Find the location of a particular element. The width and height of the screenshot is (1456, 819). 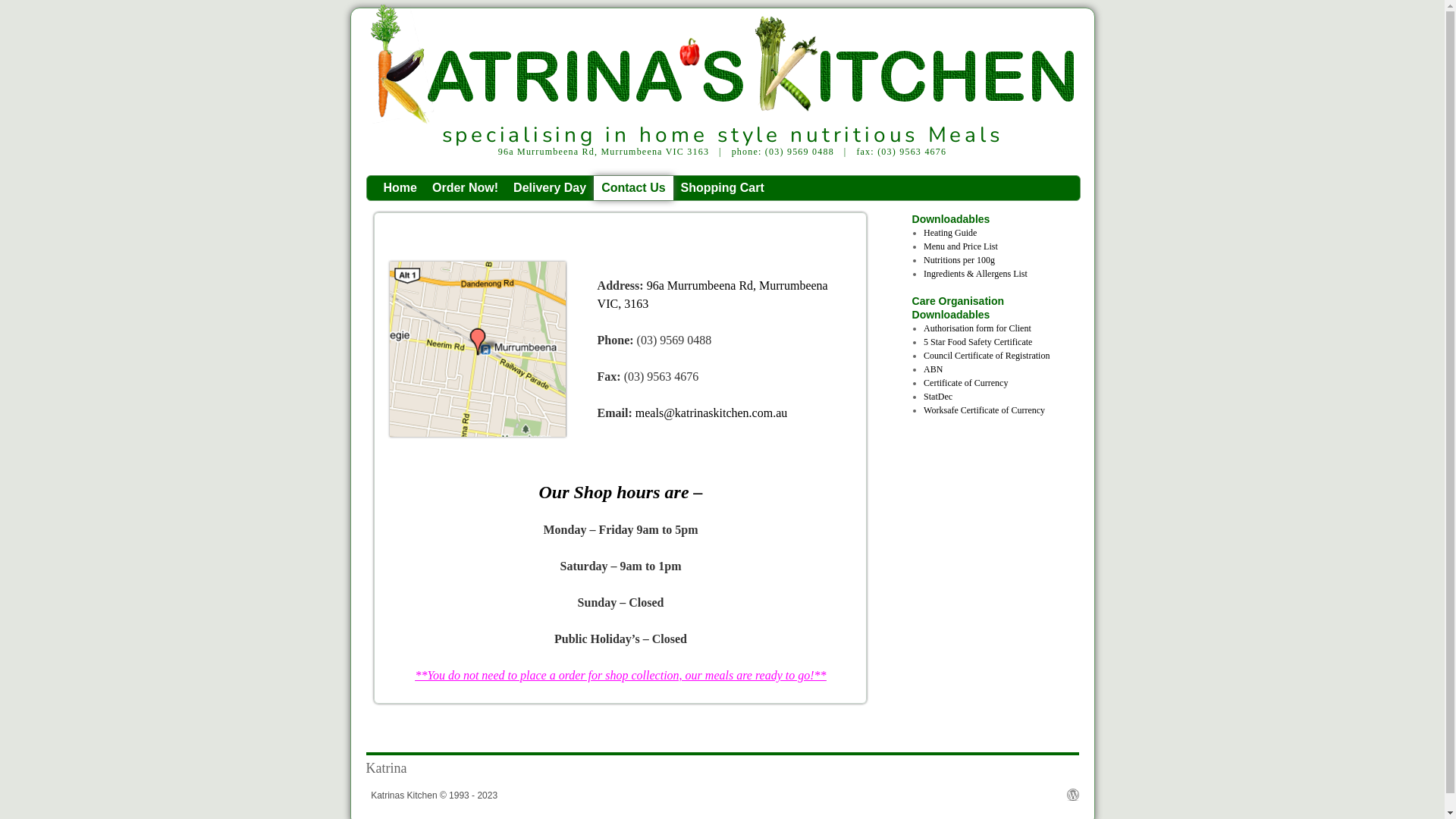

'StatDec' is located at coordinates (923, 396).